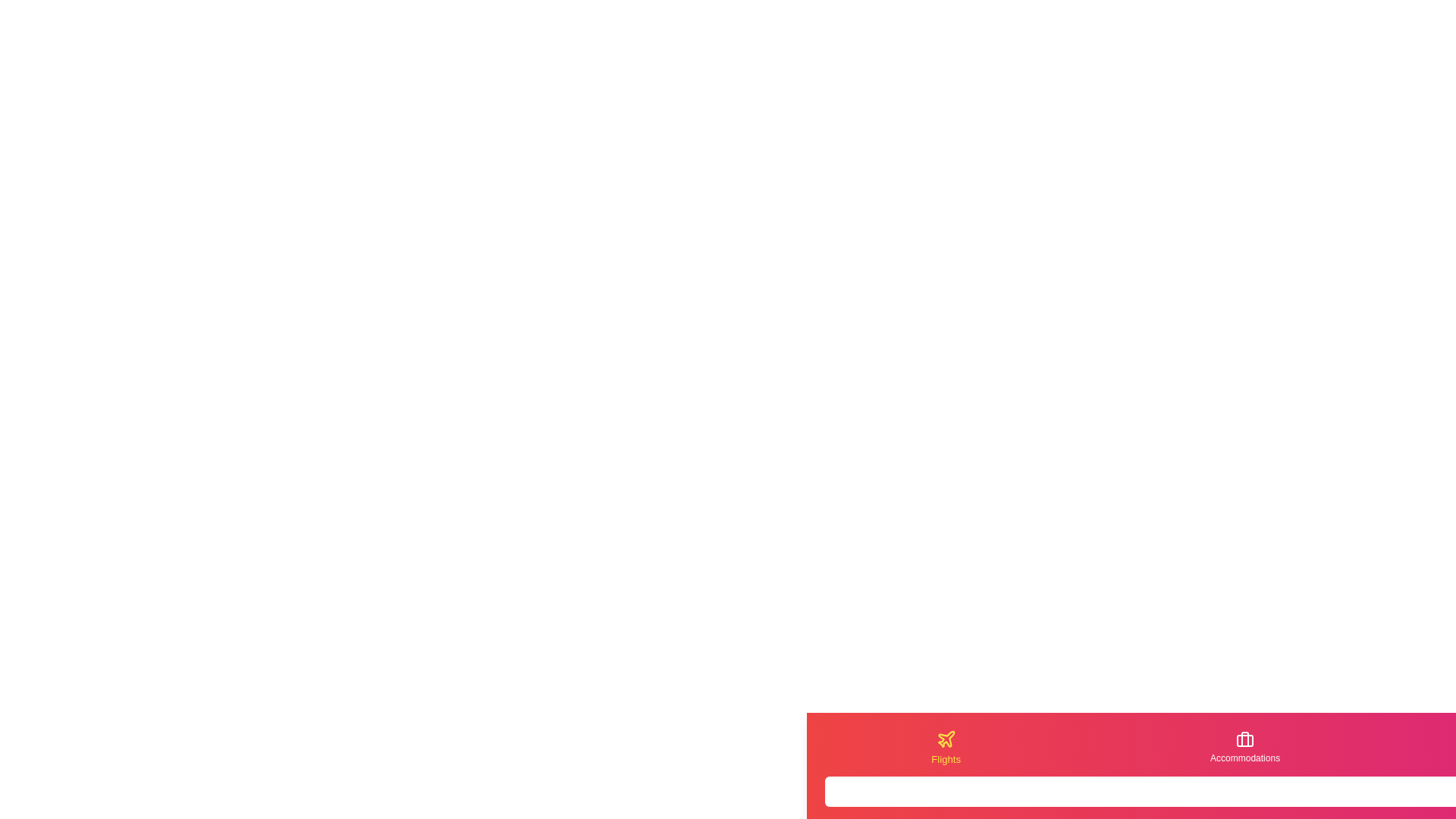 Image resolution: width=1456 pixels, height=819 pixels. I want to click on the tab labeled 'Accommodations' to observe the hover effect, so click(1245, 747).